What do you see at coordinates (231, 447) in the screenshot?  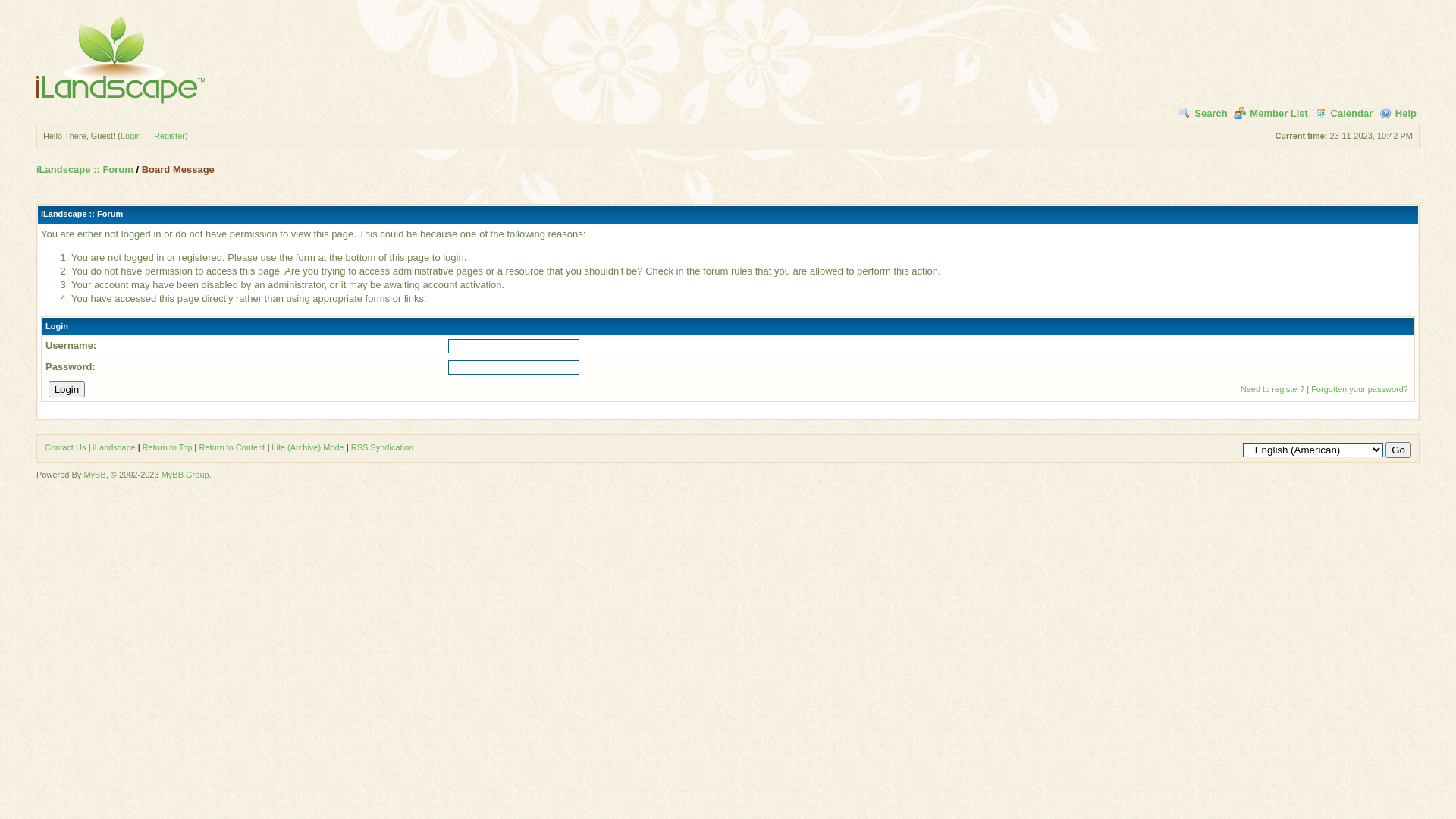 I see `'Return to Content'` at bounding box center [231, 447].